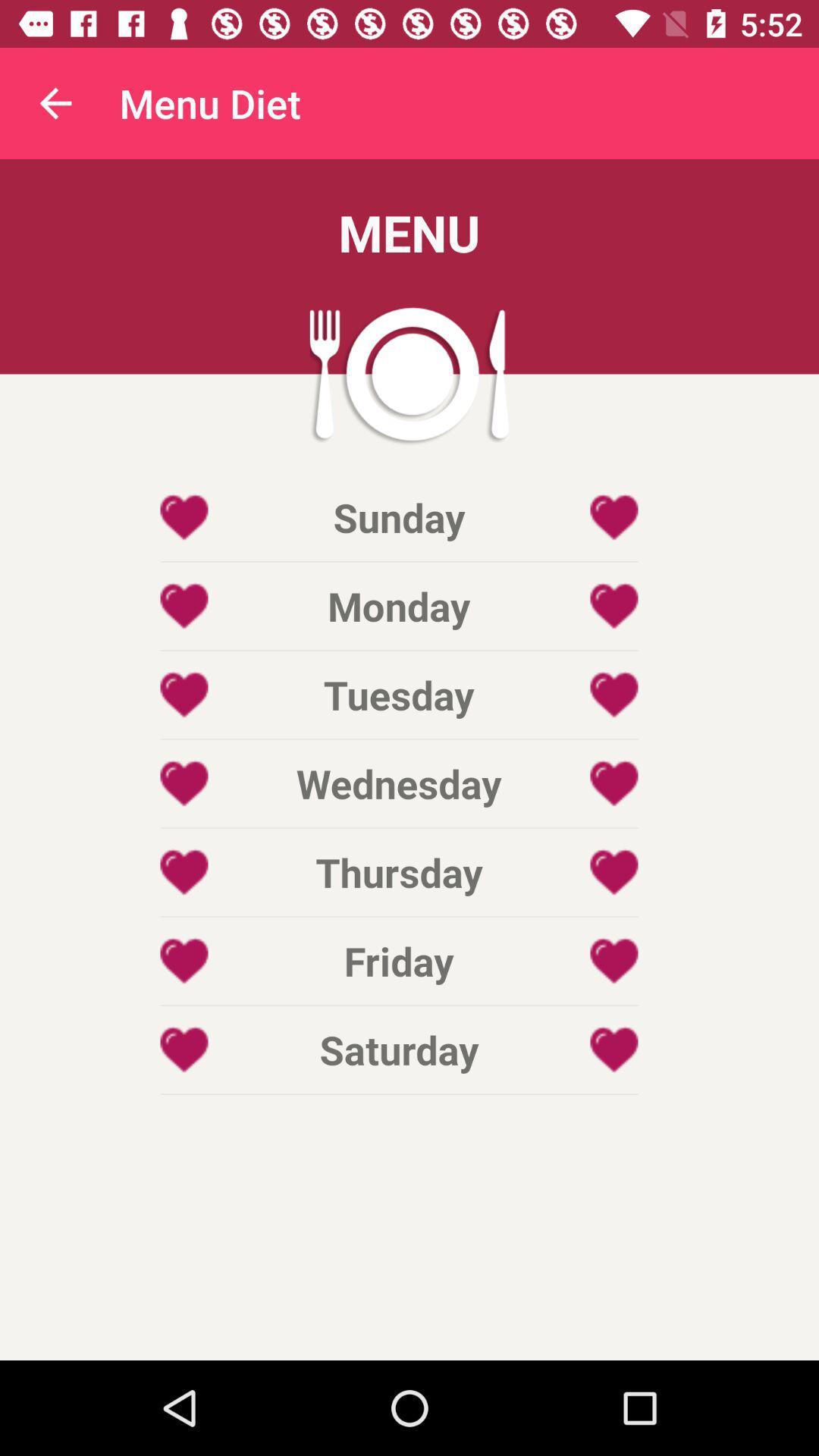 The image size is (819, 1456). I want to click on tuesday item, so click(398, 694).